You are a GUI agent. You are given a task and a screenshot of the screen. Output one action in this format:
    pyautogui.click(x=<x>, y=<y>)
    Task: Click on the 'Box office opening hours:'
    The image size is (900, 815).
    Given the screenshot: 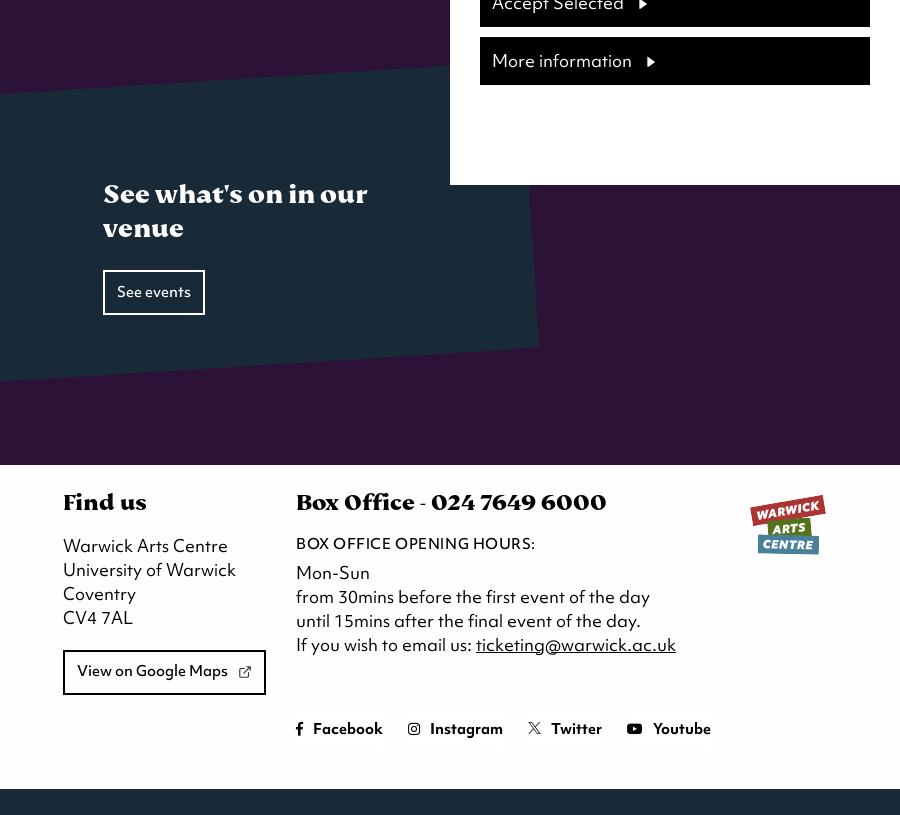 What is the action you would take?
    pyautogui.click(x=415, y=543)
    